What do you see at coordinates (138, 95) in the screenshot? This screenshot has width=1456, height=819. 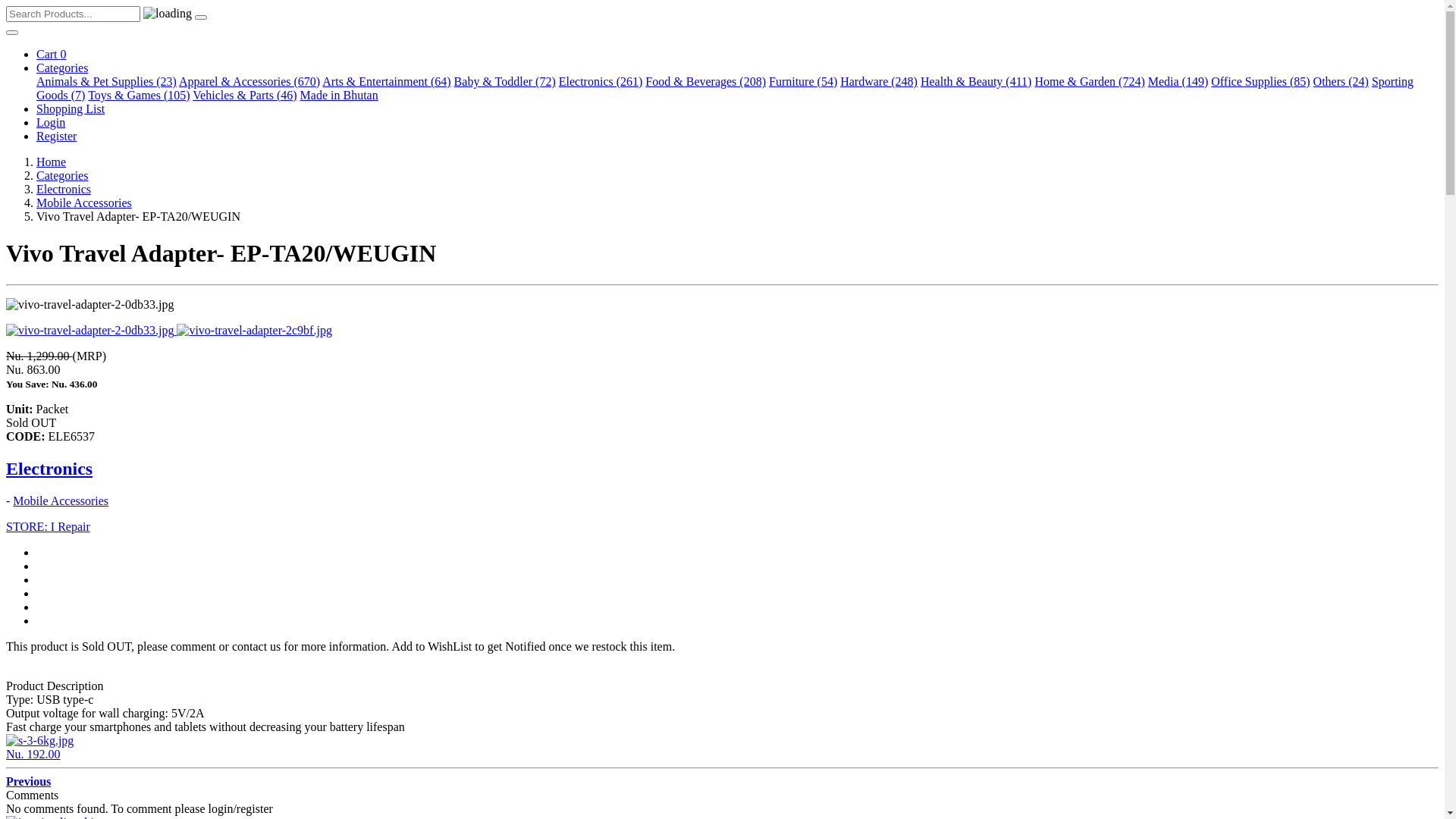 I see `'Toys & Games (105)'` at bounding box center [138, 95].